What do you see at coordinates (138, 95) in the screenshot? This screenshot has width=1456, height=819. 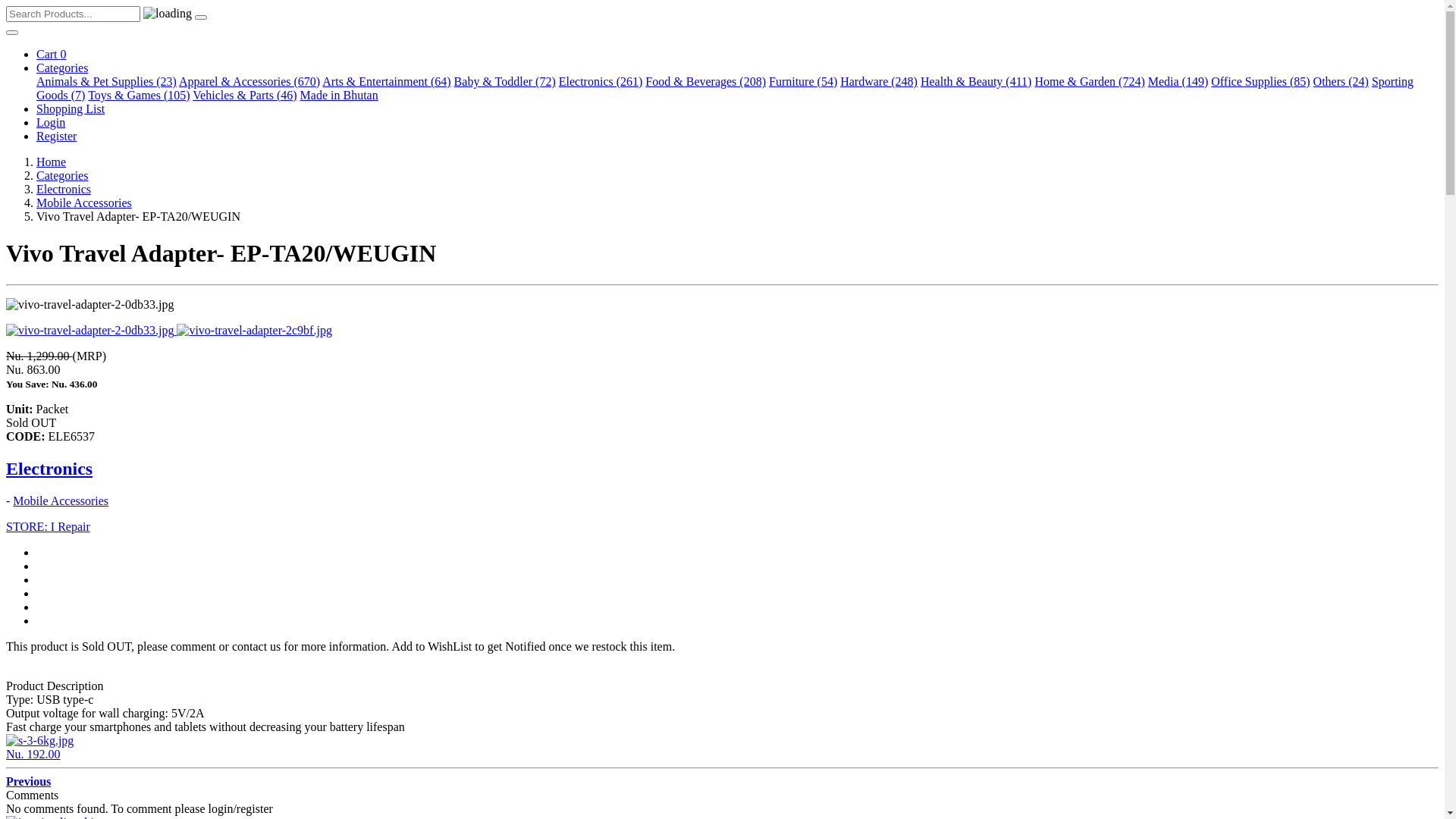 I see `'Toys & Games (105)'` at bounding box center [138, 95].